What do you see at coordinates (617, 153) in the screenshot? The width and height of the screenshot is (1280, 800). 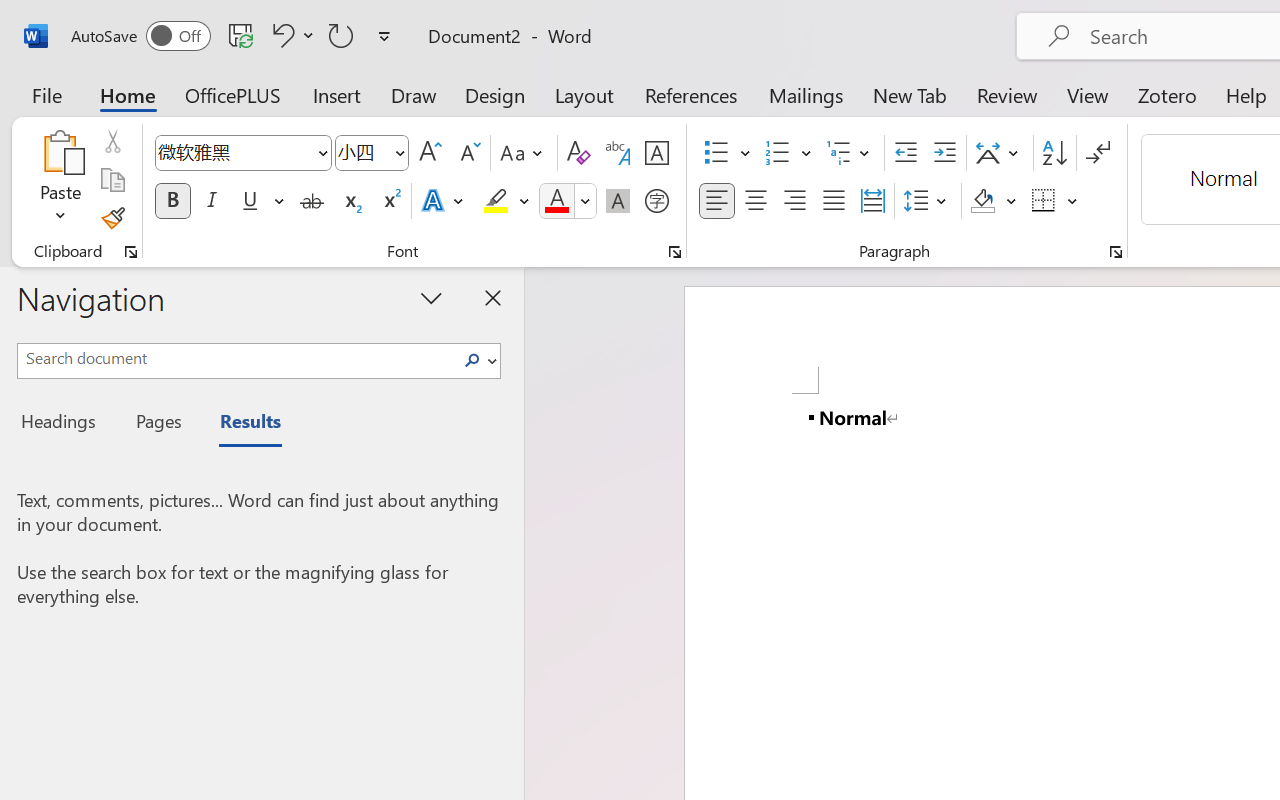 I see `'Phonetic Guide...'` at bounding box center [617, 153].